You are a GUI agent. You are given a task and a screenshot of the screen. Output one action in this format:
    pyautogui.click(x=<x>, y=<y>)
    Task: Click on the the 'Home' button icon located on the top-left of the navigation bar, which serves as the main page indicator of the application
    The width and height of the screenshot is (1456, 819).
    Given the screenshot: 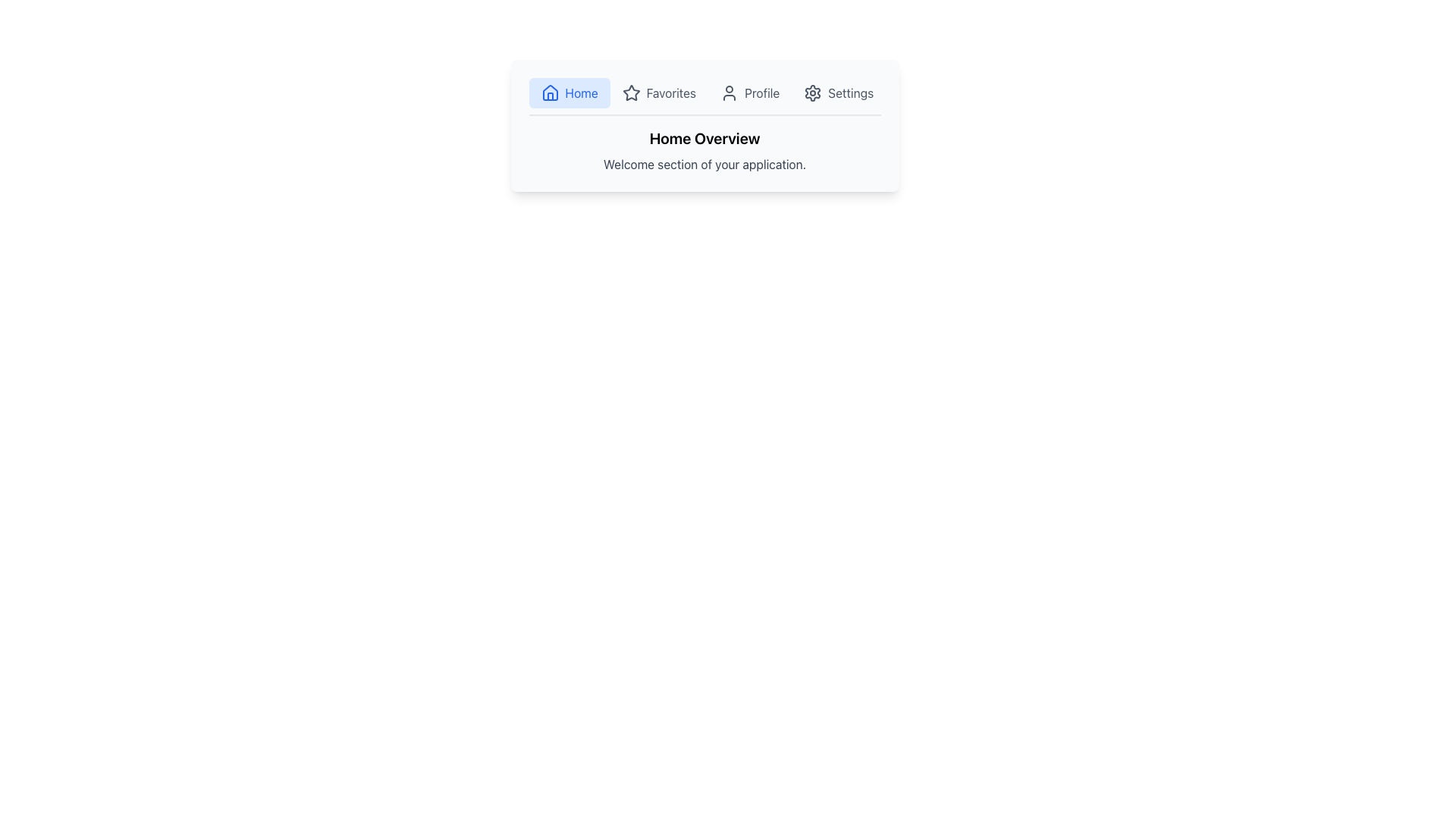 What is the action you would take?
    pyautogui.click(x=549, y=93)
    